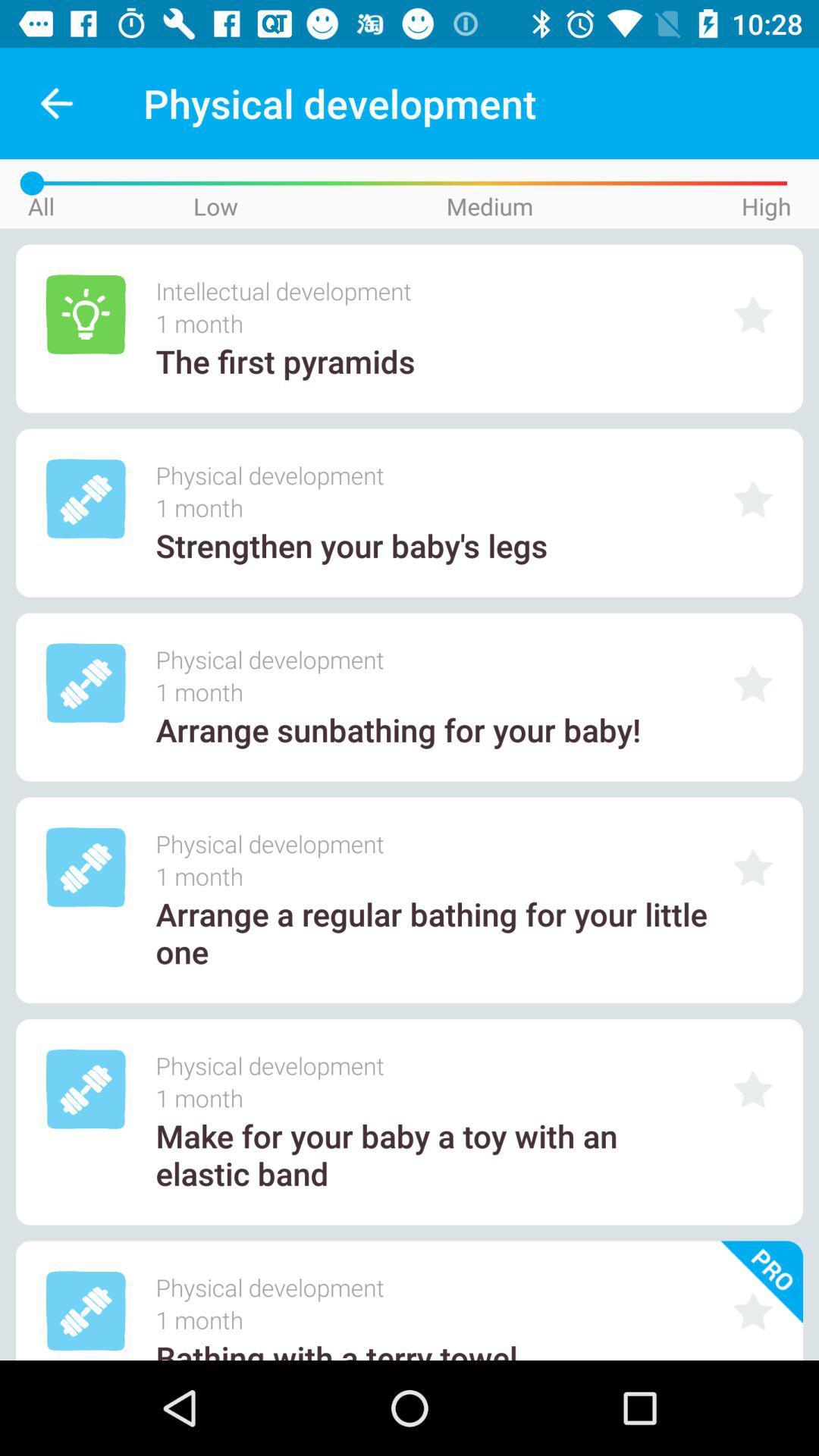 The width and height of the screenshot is (819, 1456). Describe the element at coordinates (753, 682) in the screenshot. I see `to favorites` at that location.